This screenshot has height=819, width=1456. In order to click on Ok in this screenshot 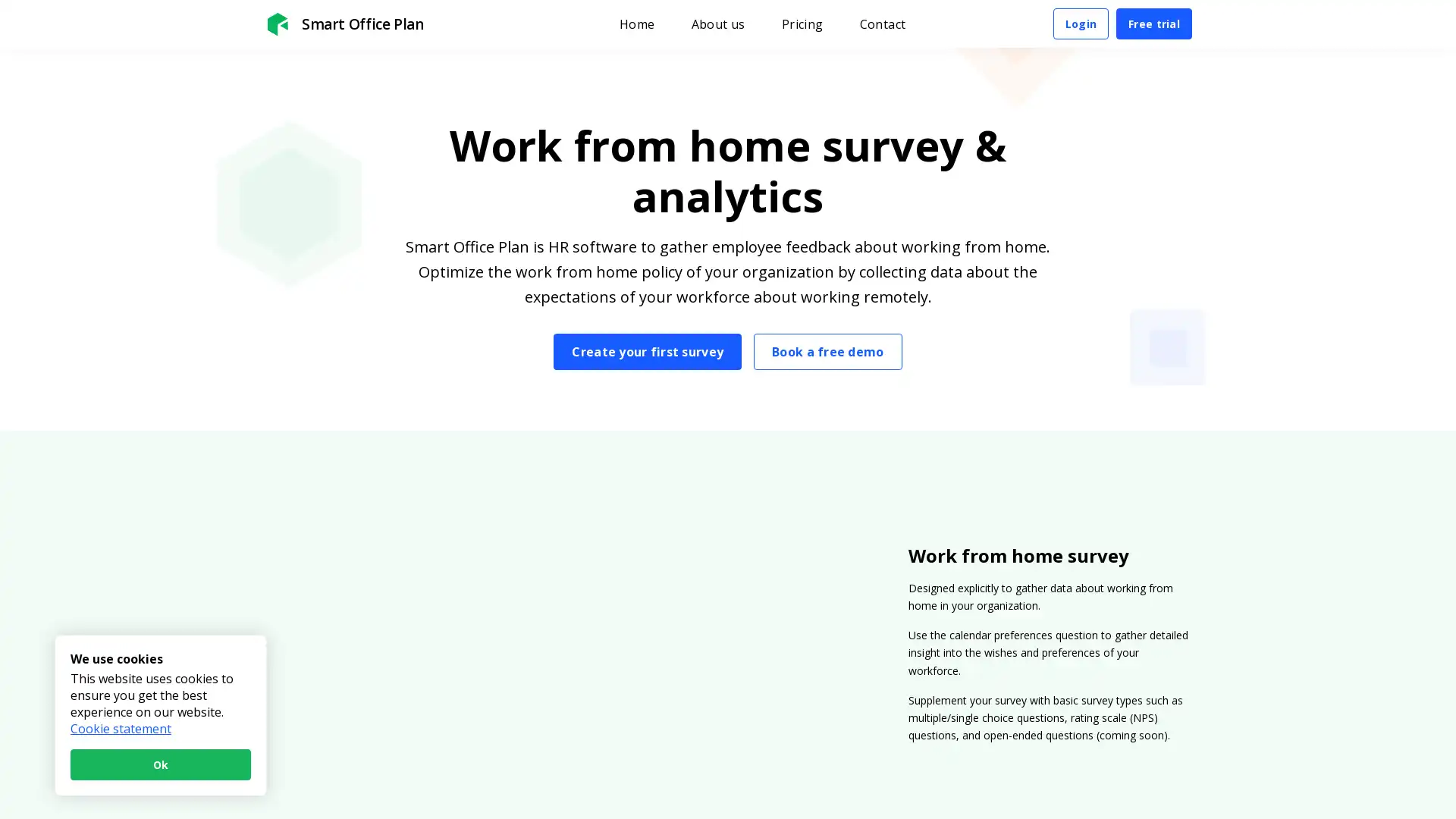, I will do `click(160, 764)`.